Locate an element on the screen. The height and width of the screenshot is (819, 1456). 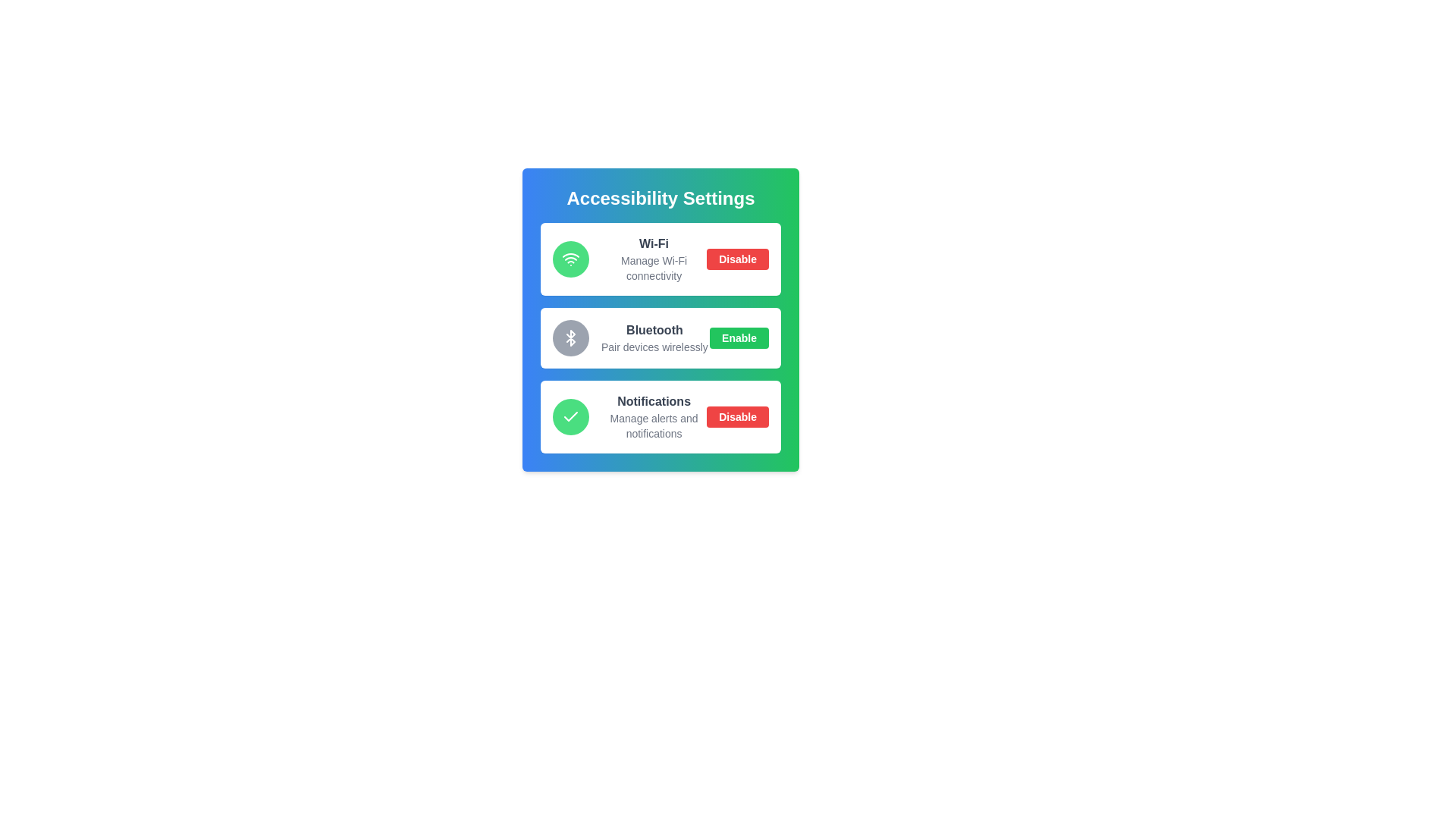
the icon for the Notifications setting is located at coordinates (570, 417).